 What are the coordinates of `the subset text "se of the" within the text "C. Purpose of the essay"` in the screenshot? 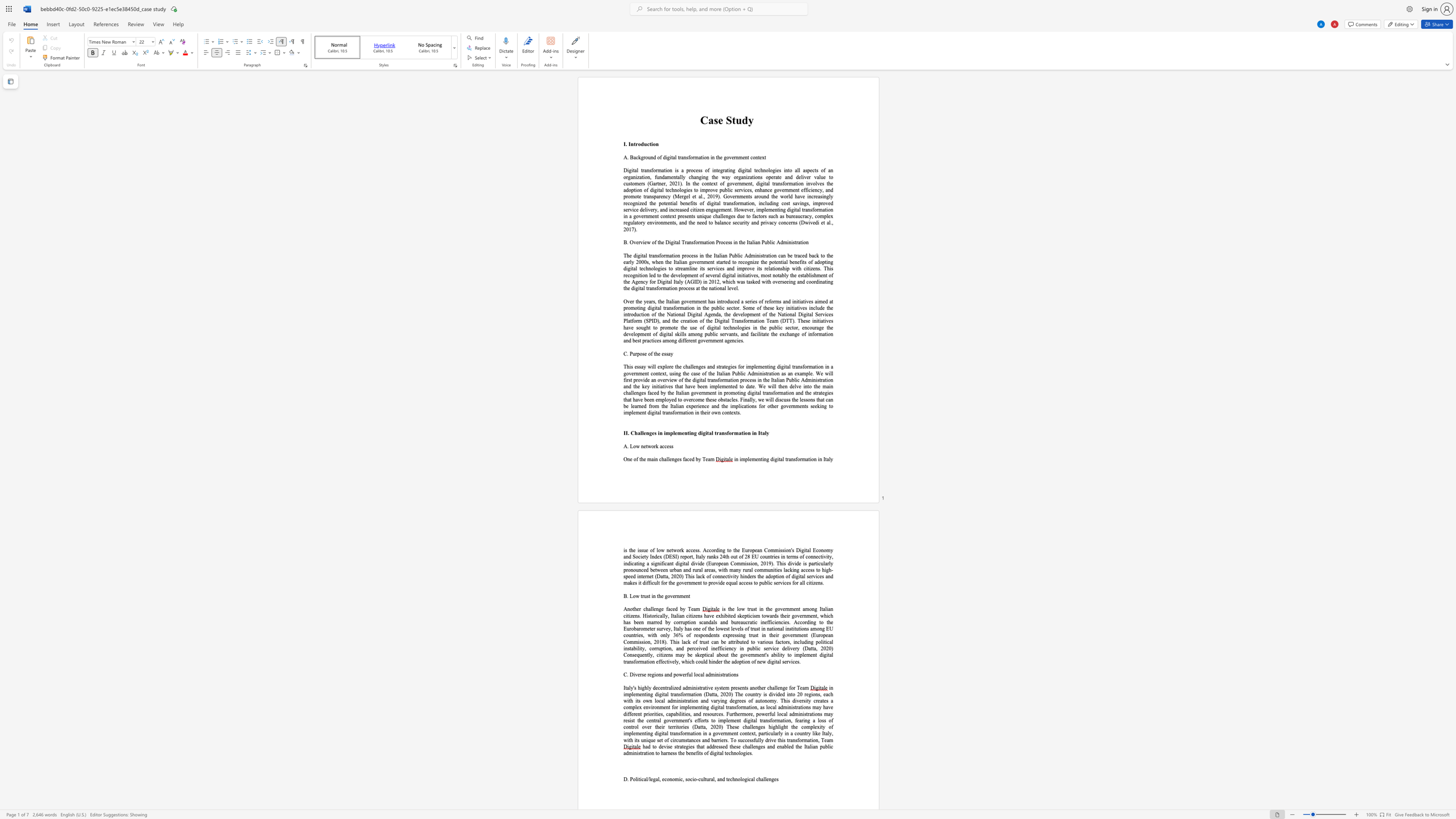 It's located at (642, 353).